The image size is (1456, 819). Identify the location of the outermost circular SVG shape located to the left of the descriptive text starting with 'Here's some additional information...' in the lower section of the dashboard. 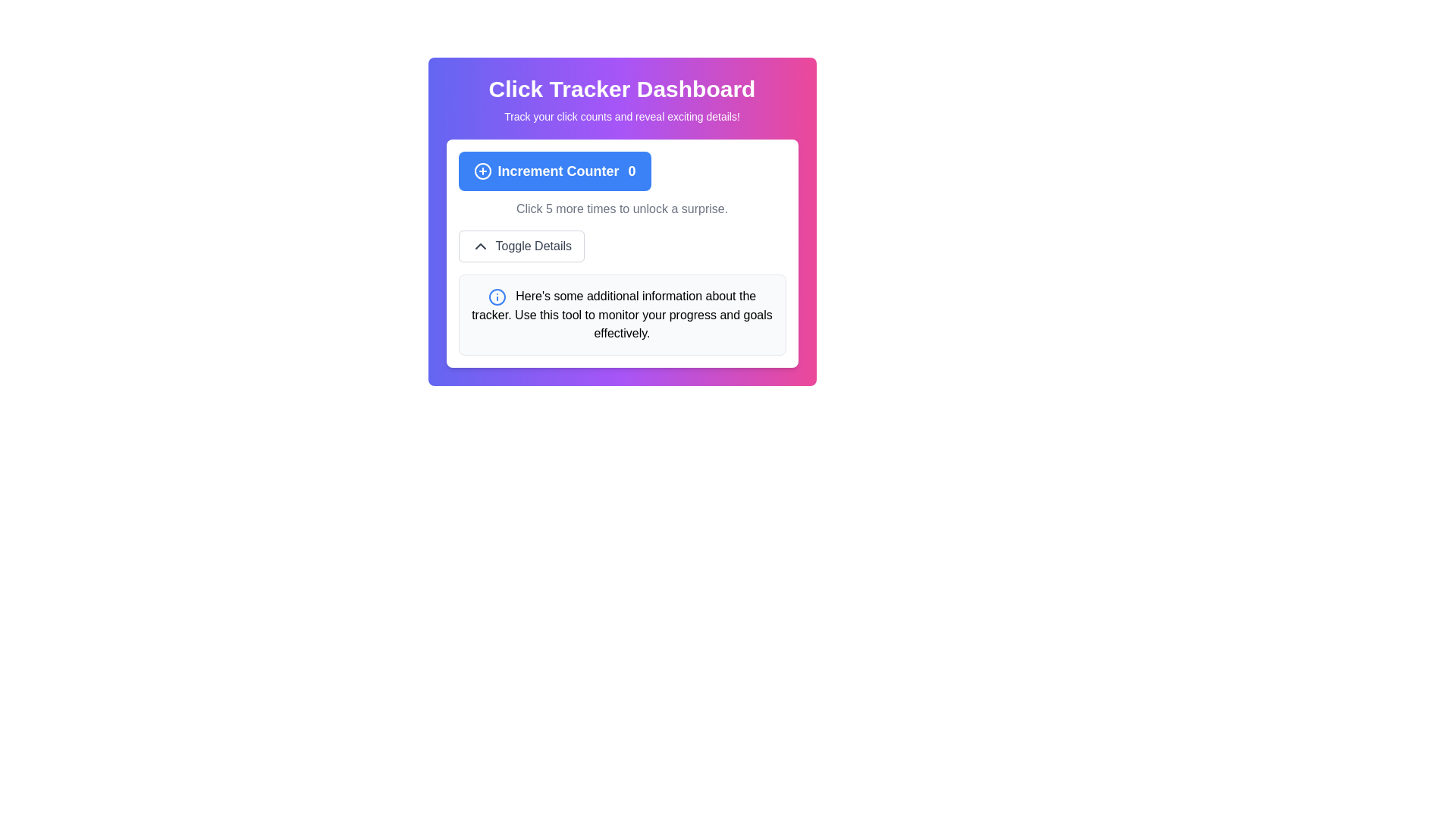
(497, 297).